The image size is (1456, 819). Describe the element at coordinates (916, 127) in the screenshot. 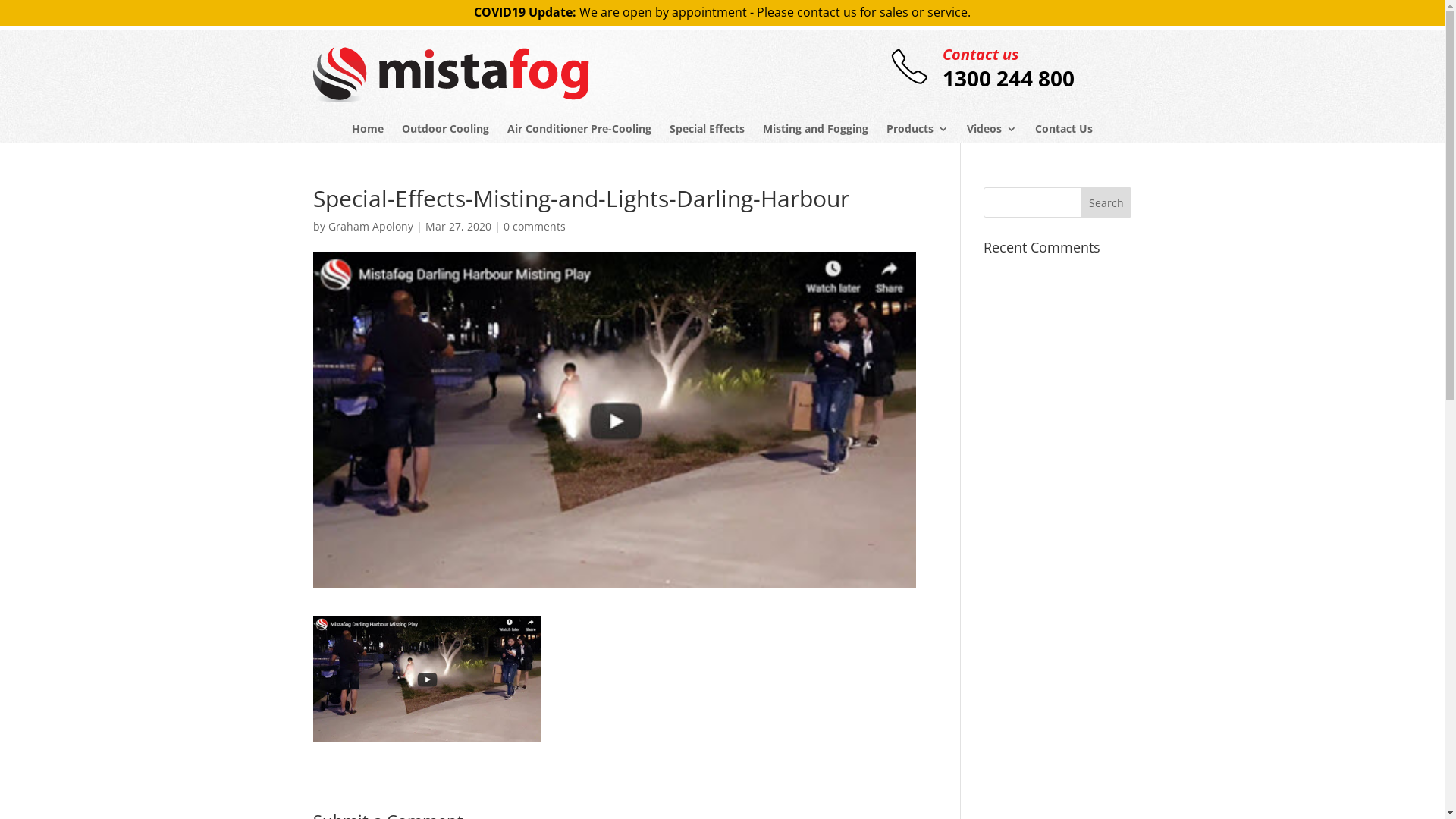

I see `'Products'` at that location.